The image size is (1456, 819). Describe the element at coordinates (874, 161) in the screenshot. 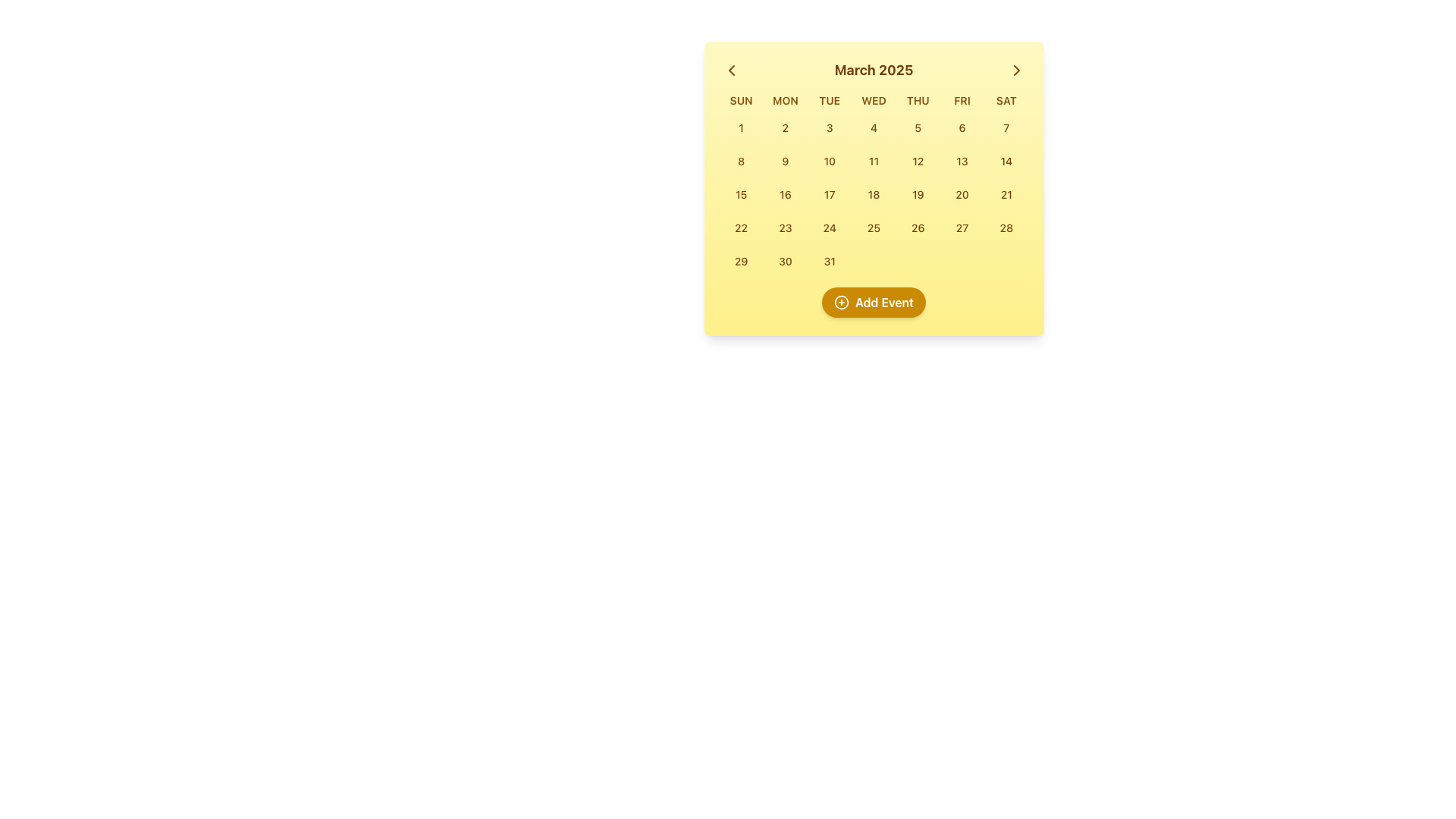

I see `the calendar day cell for the 11th` at that location.